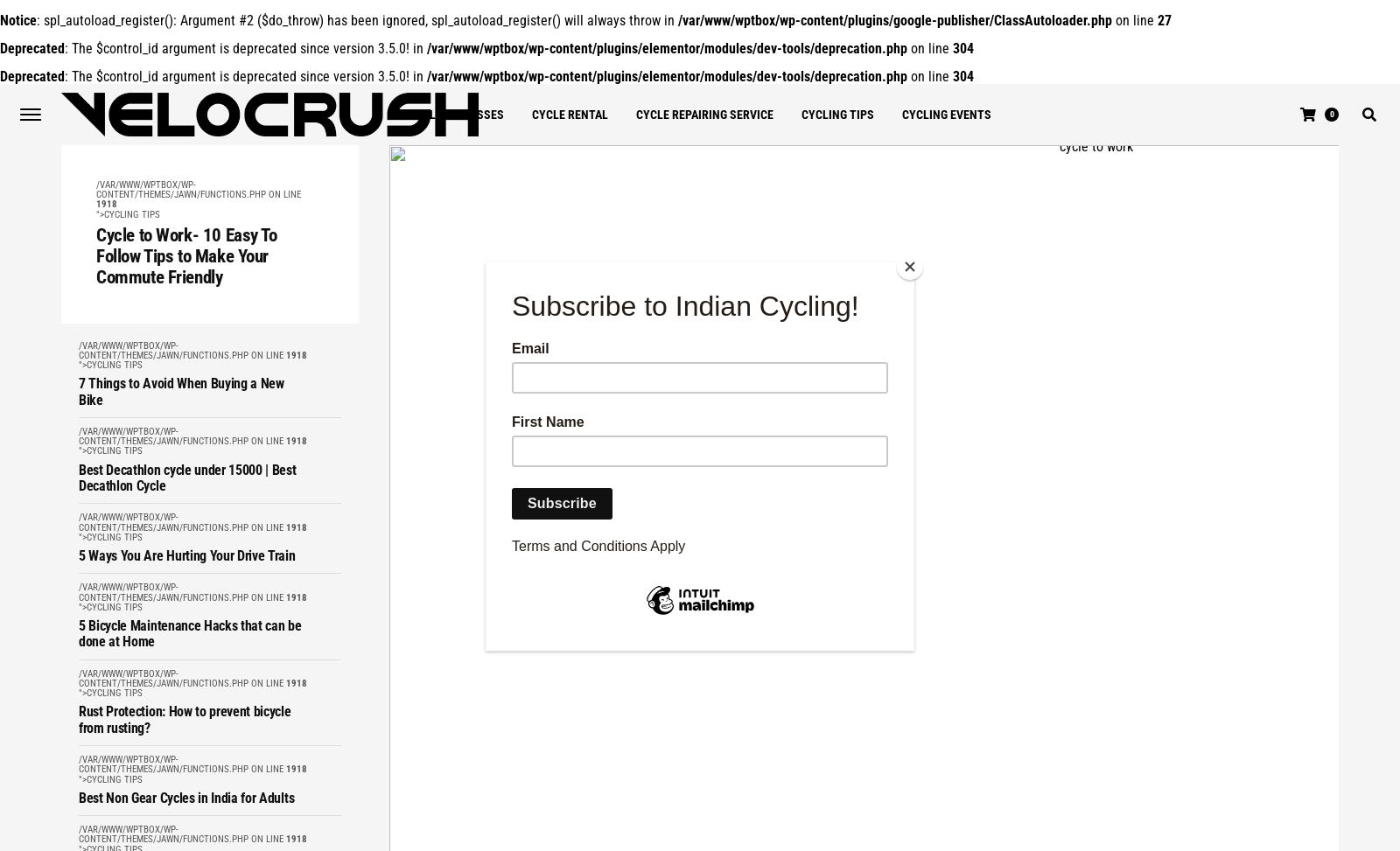 The height and width of the screenshot is (851, 1400). Describe the element at coordinates (185, 796) in the screenshot. I see `'Best Non Gear Cycles in India for Adults'` at that location.